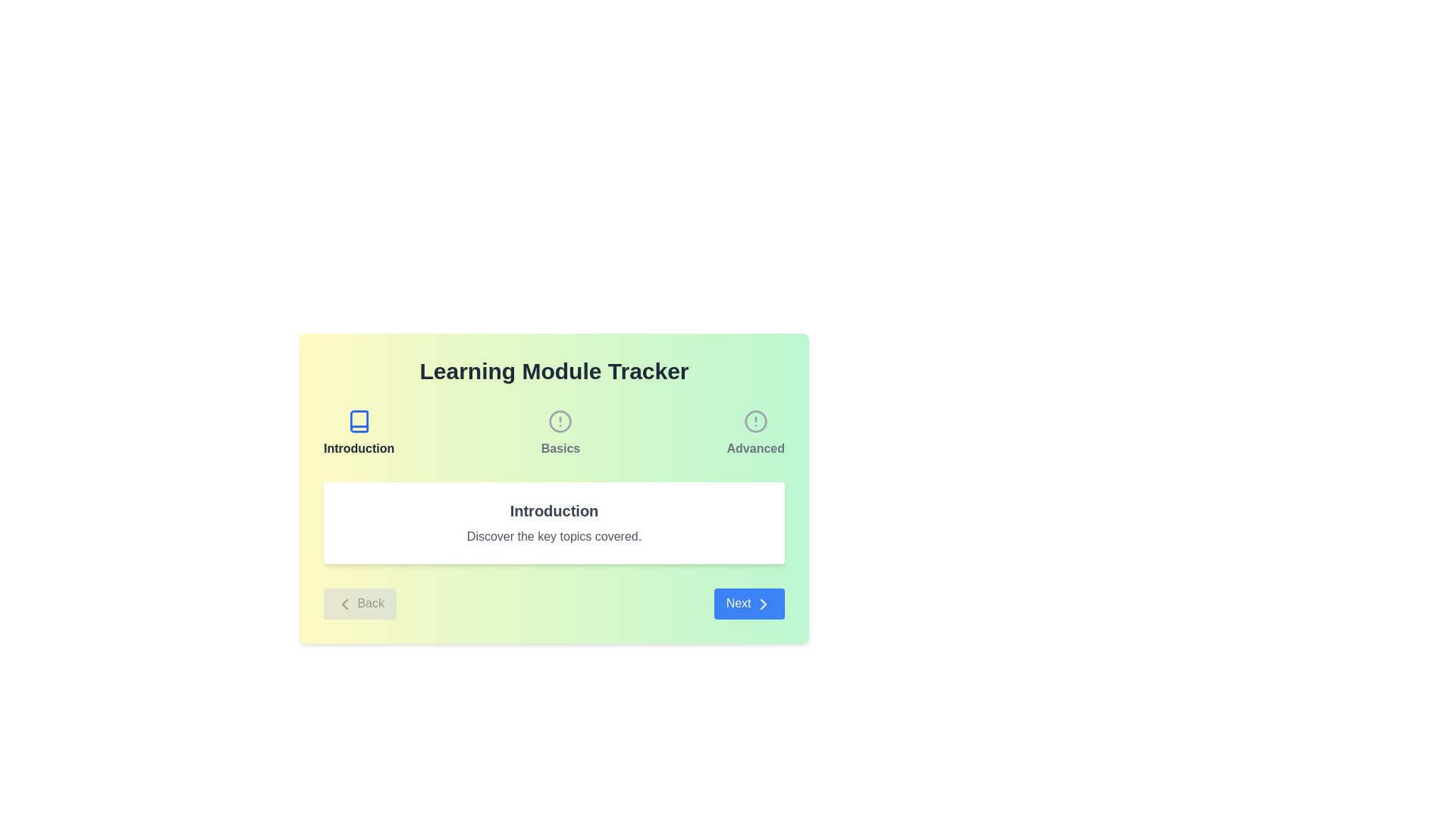 The width and height of the screenshot is (1456, 819). Describe the element at coordinates (755, 433) in the screenshot. I see `the circular icon with an exclamation mark and the text label 'Advanced'` at that location.